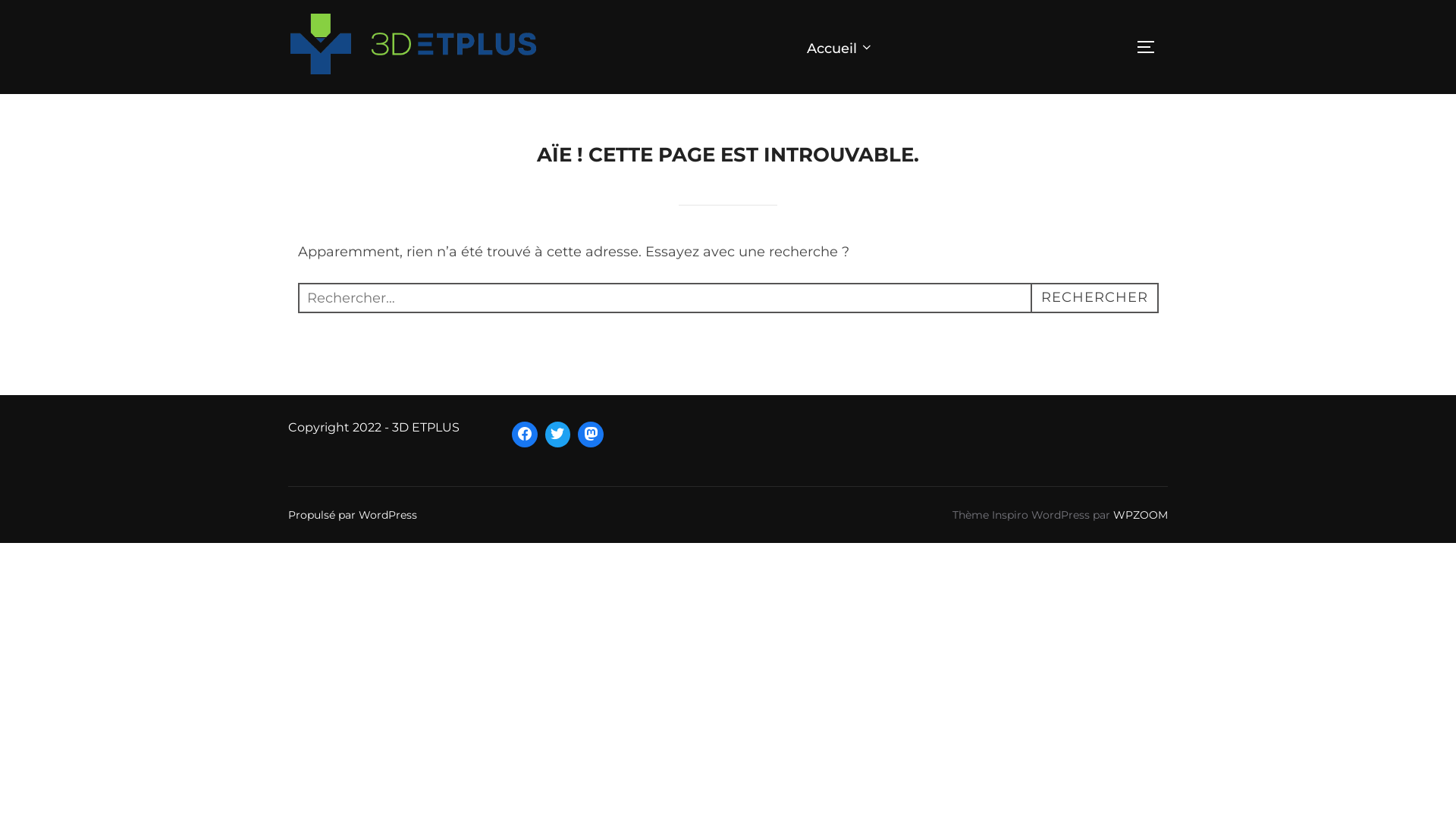 The image size is (1456, 819). Describe the element at coordinates (1140, 513) in the screenshot. I see `'WPZOOM'` at that location.